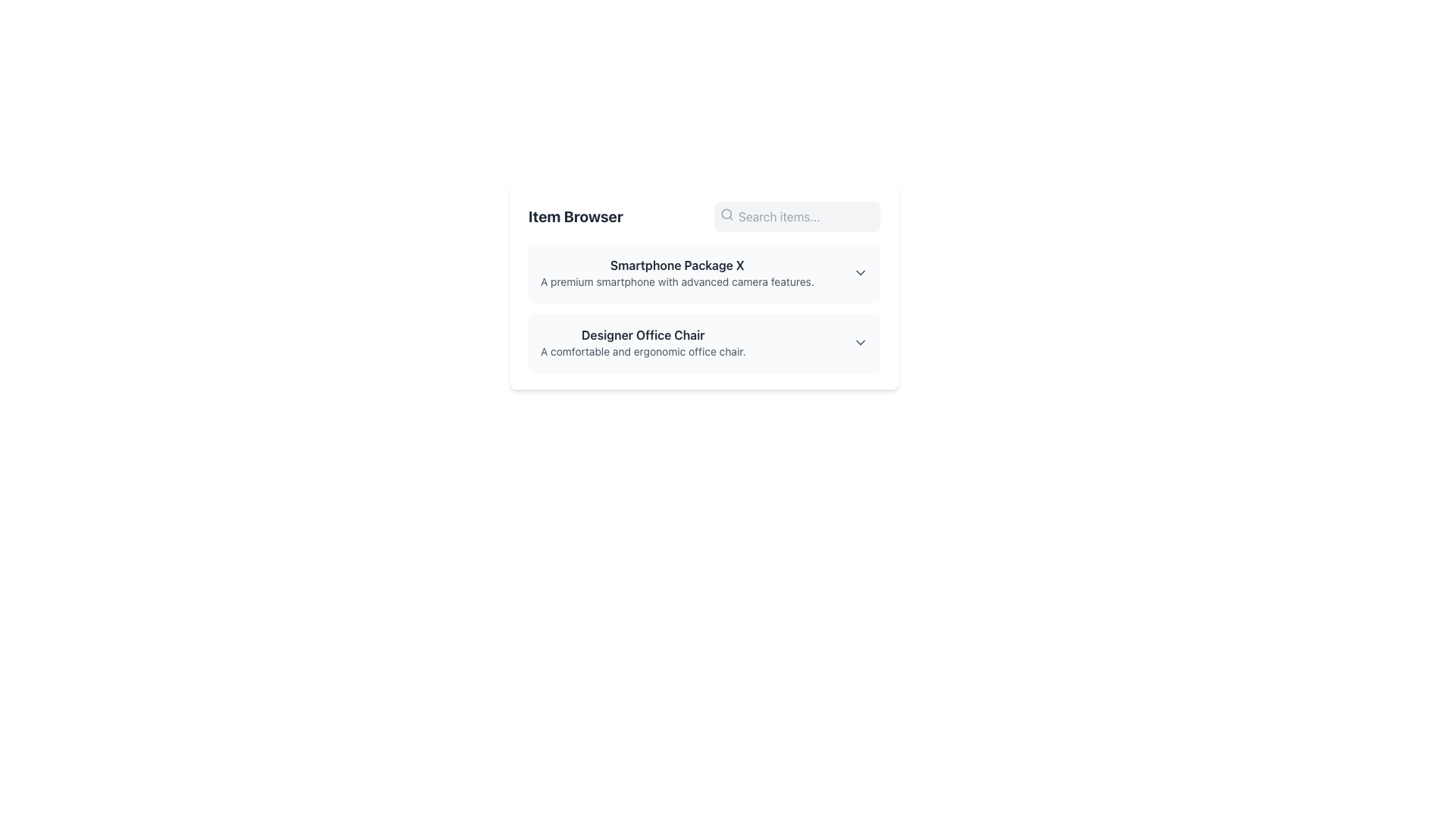  I want to click on the Text block containing the bold header 'Designer Office Chair' and the description 'A comfortable and ergonomic office chair', which is the second interactive module in the 'Item Browser' interface, so click(704, 342).